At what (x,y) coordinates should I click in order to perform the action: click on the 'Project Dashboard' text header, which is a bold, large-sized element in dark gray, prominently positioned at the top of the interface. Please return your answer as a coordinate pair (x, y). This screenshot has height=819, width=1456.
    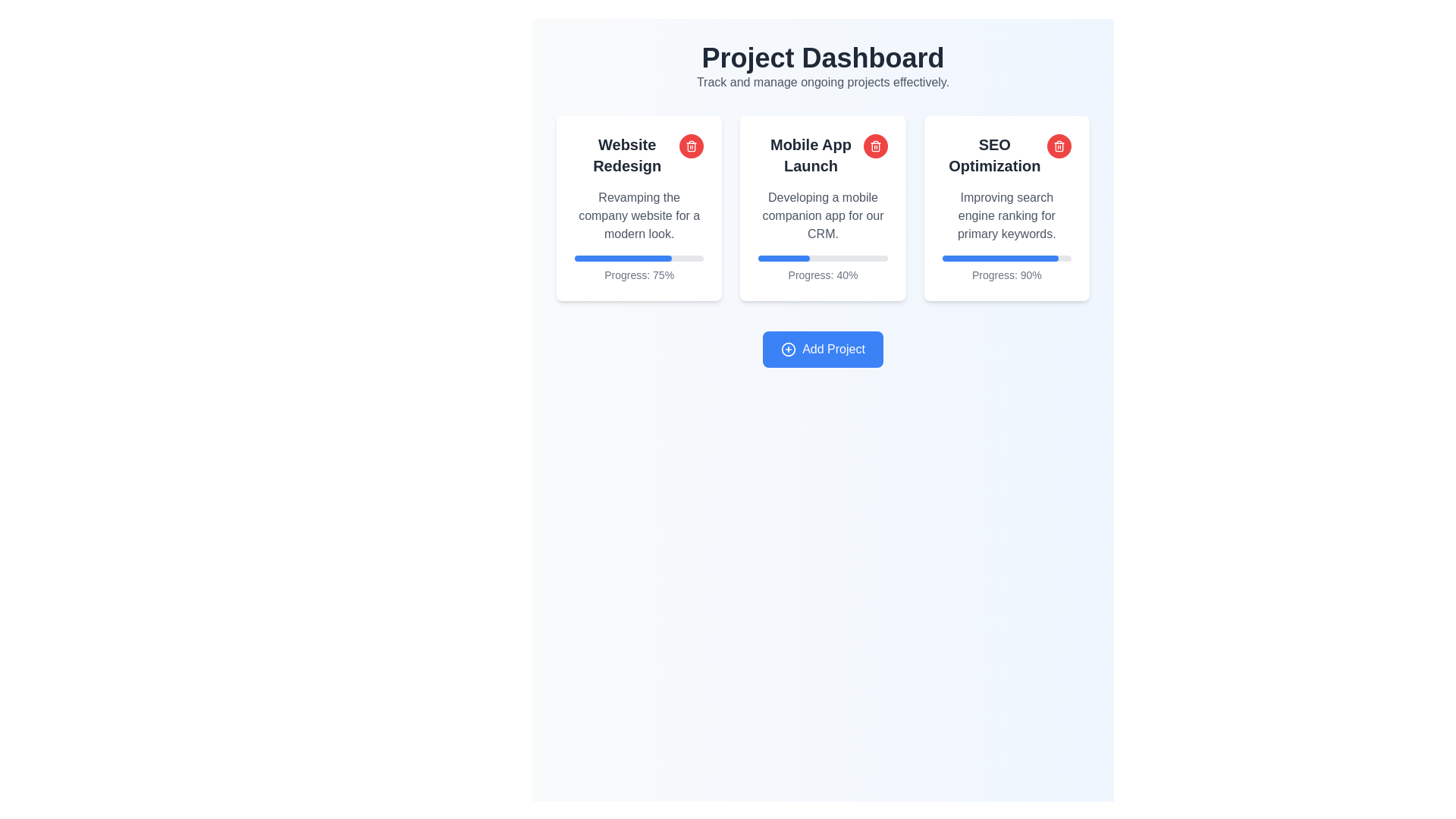
    Looking at the image, I should click on (822, 58).